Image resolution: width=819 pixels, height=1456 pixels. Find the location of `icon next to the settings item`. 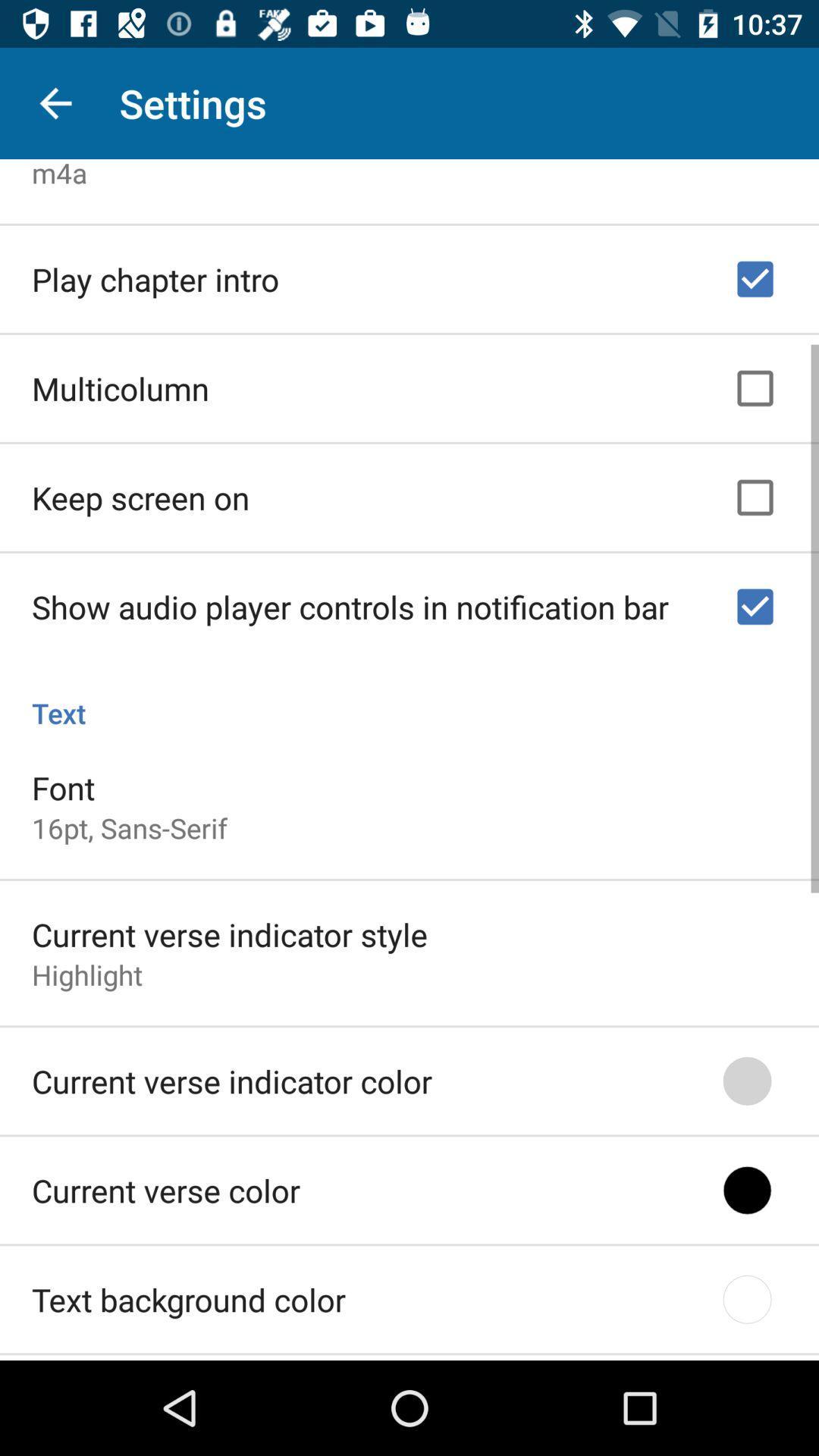

icon next to the settings item is located at coordinates (55, 102).